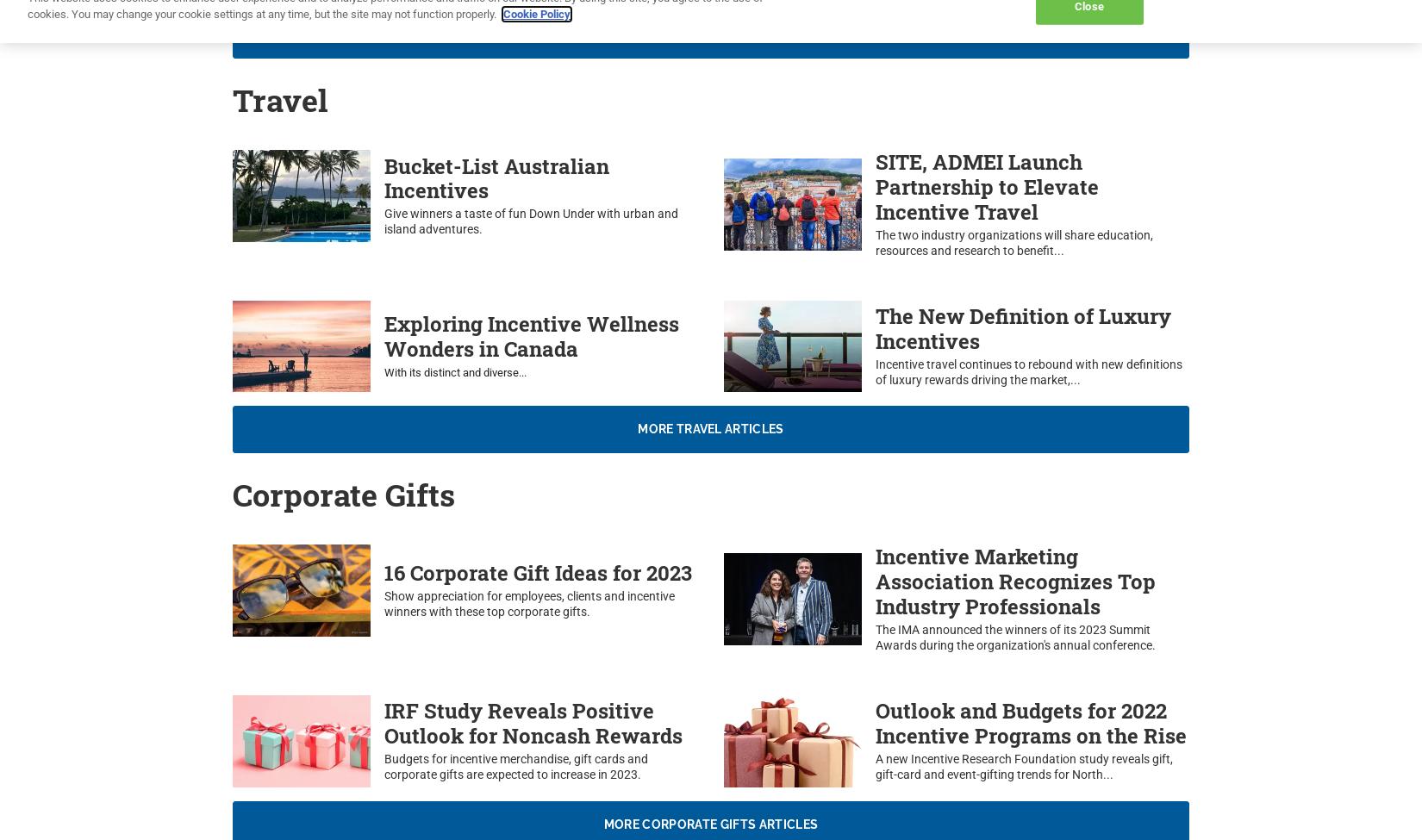 The height and width of the screenshot is (840, 1422). I want to click on 'With its distinct and diverse...', so click(454, 372).